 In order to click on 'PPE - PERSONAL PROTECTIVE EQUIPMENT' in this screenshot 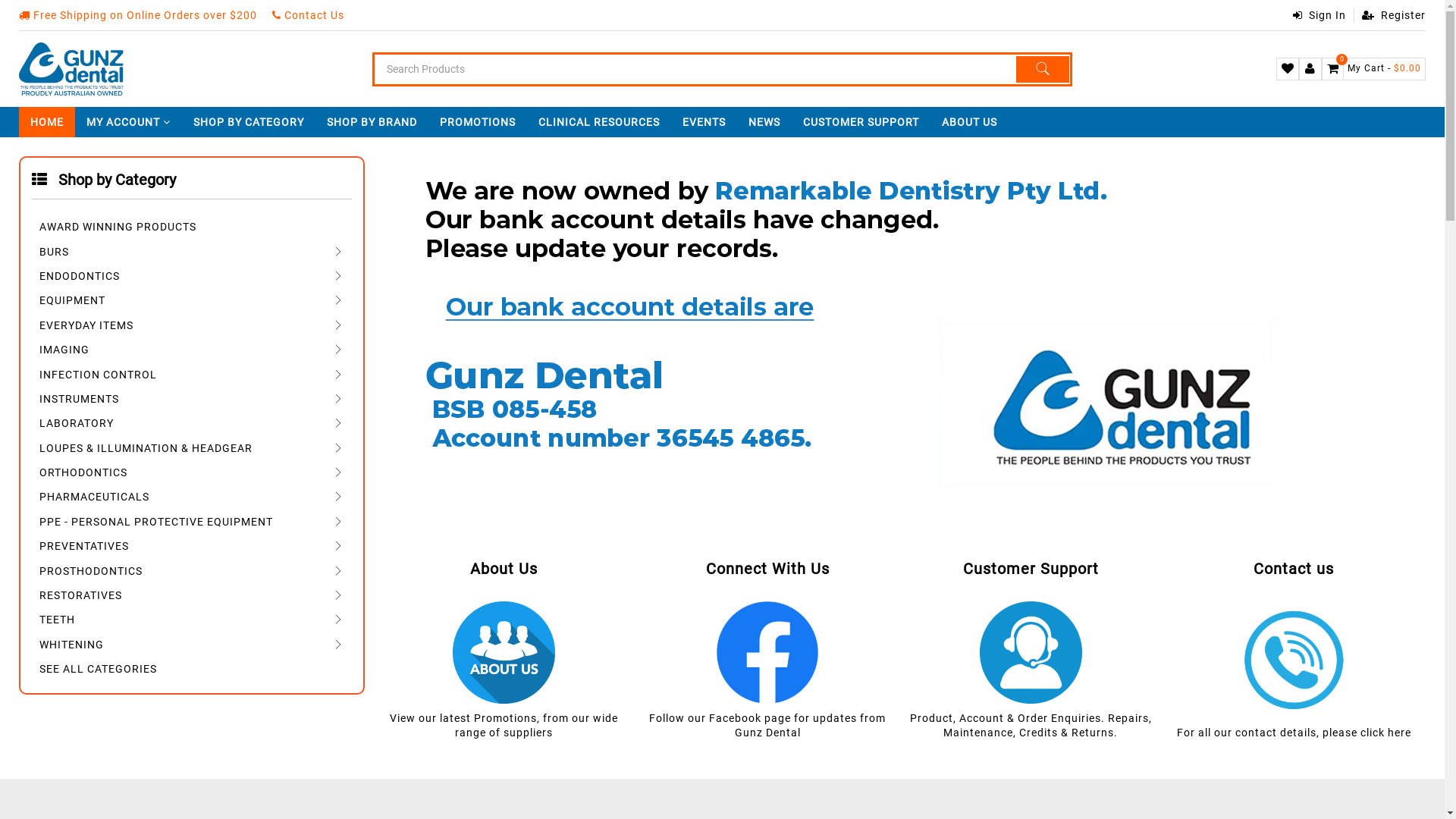, I will do `click(191, 520)`.